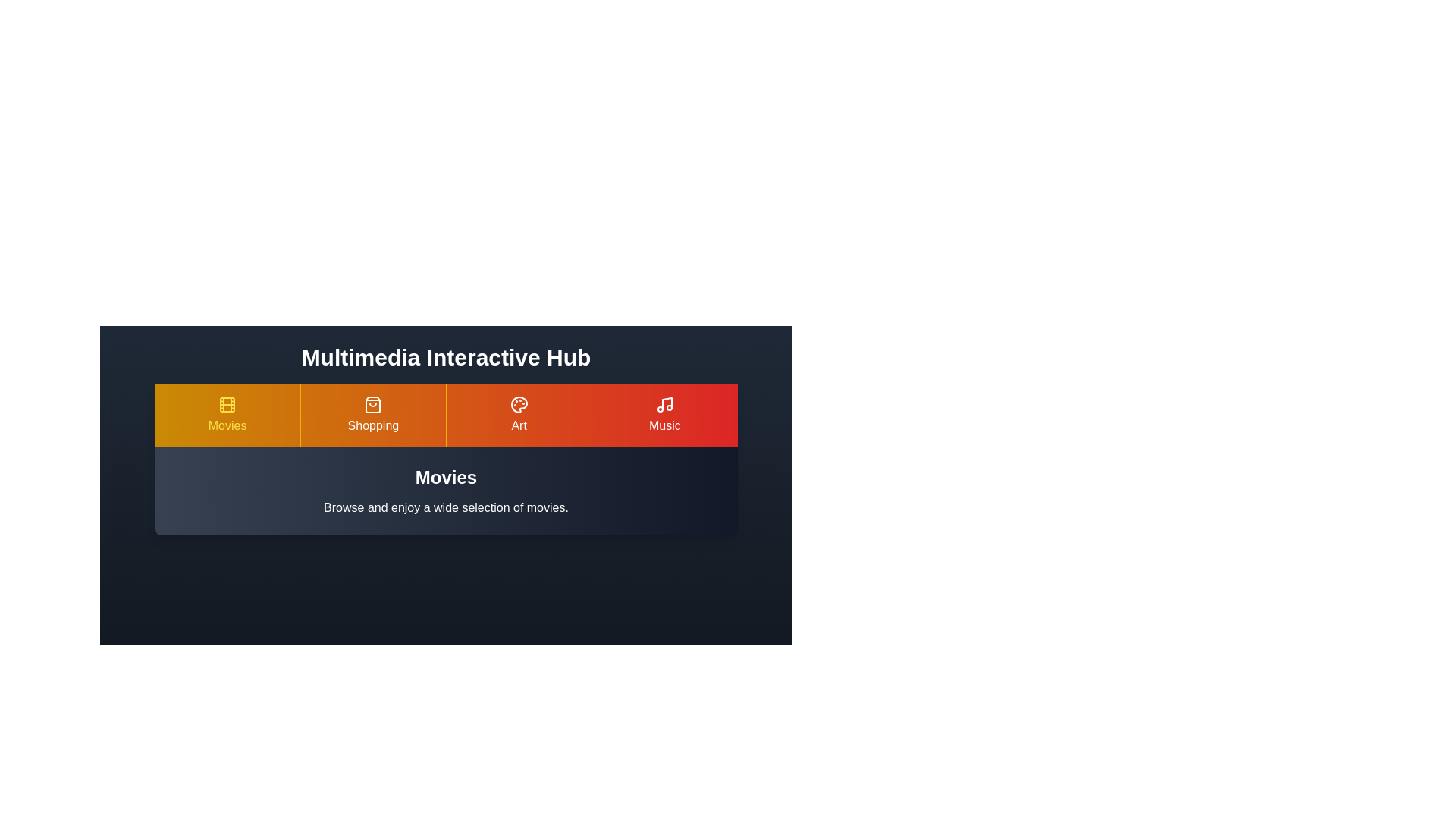  I want to click on the Music tab to explore its content, so click(664, 415).